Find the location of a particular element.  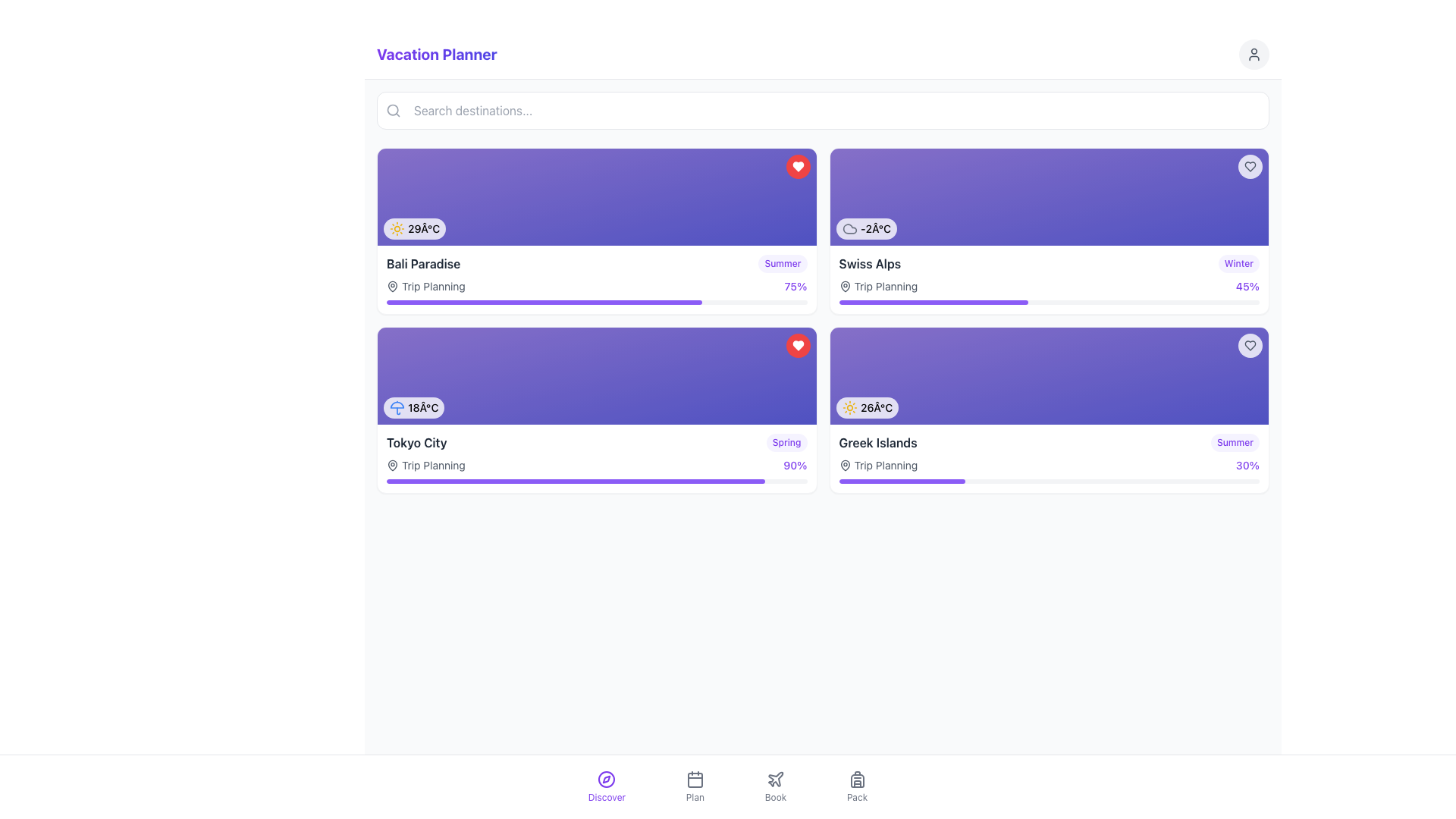

the badge-like component displaying the text 'Summer' in violet font, located in the 'Bali Paradise' section, towards the top-right corner of the section is located at coordinates (783, 262).